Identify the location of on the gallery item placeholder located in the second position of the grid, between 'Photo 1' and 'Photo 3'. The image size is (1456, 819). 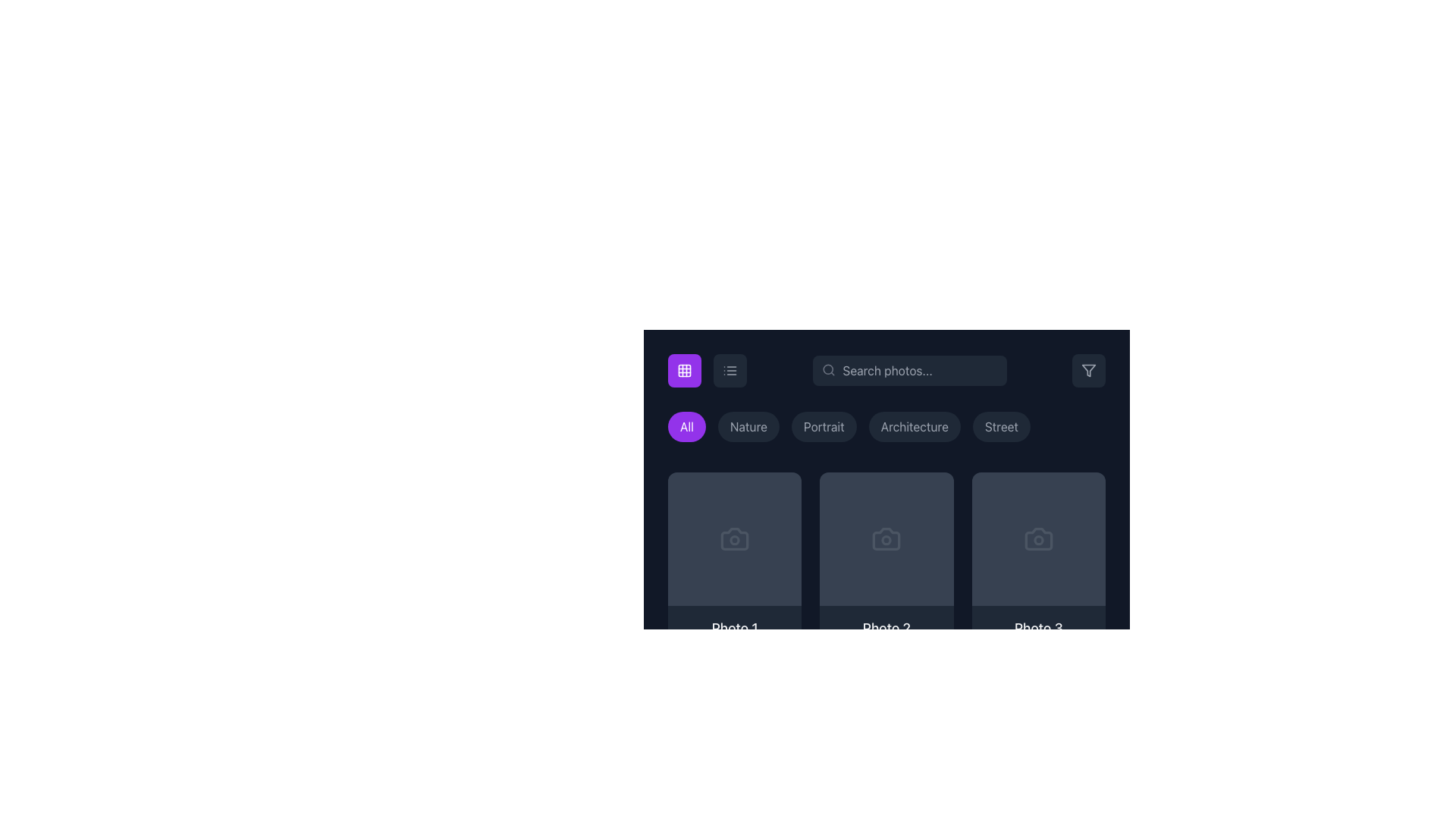
(886, 538).